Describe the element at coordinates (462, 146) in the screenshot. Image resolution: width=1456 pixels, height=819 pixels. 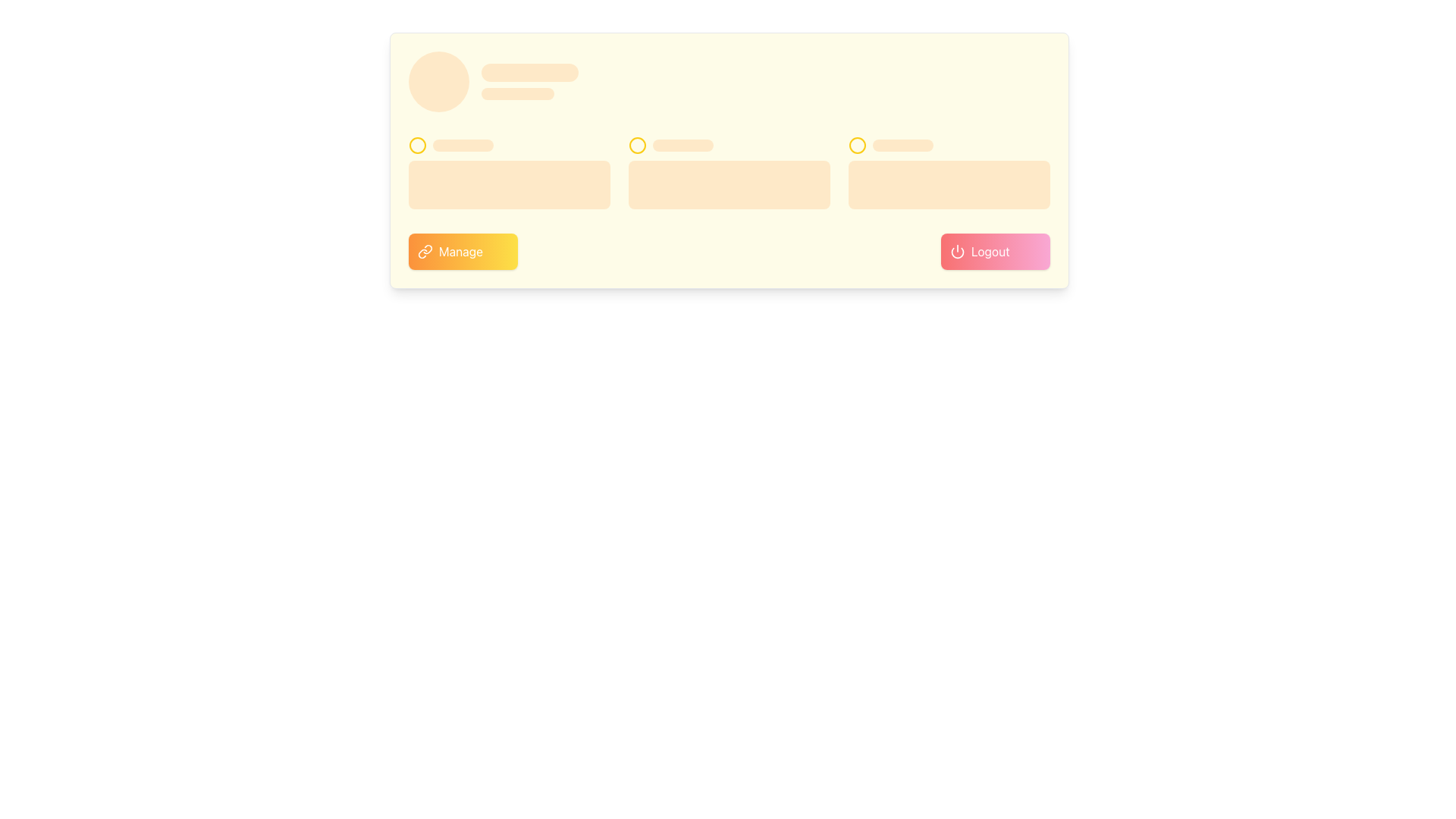
I see `the Progress Bar or Placeholder Element, which is a horizontal bar with rounded ends and a light orange background, located to the left of other similar items` at that location.